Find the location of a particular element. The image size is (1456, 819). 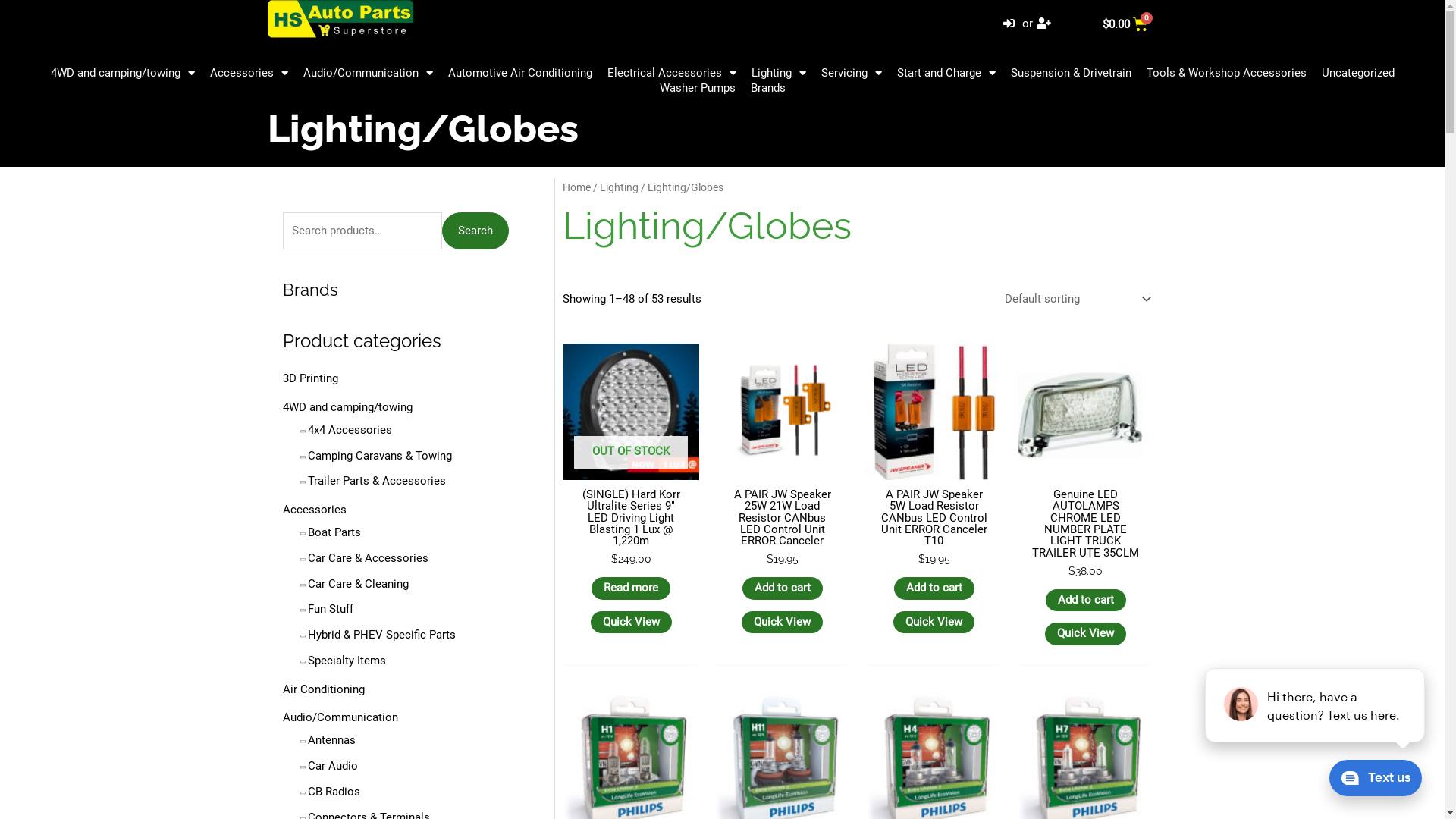

'Automotive Air Conditioning' is located at coordinates (439, 73).